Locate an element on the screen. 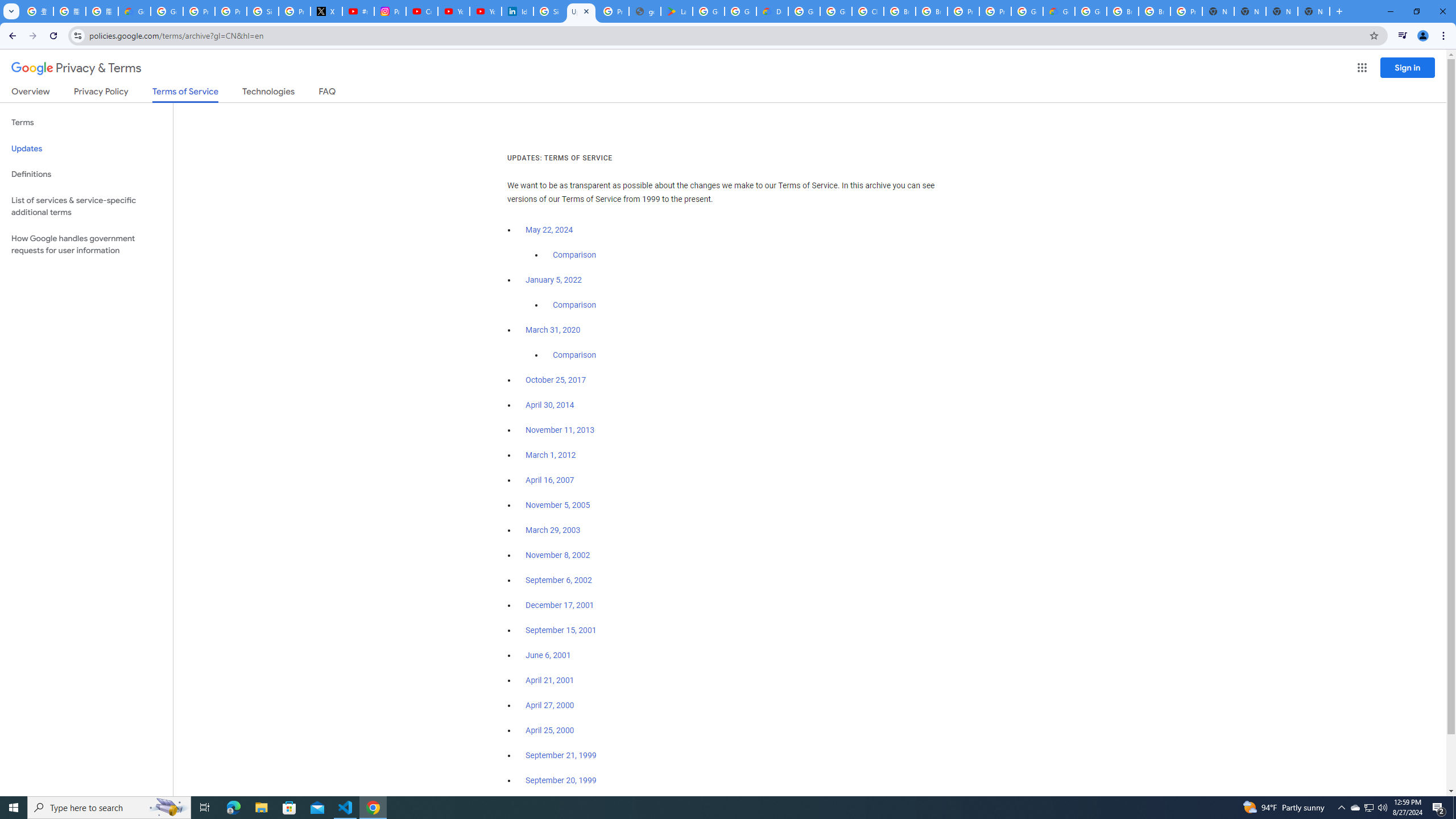  'January 5, 2022' is located at coordinates (554, 280).